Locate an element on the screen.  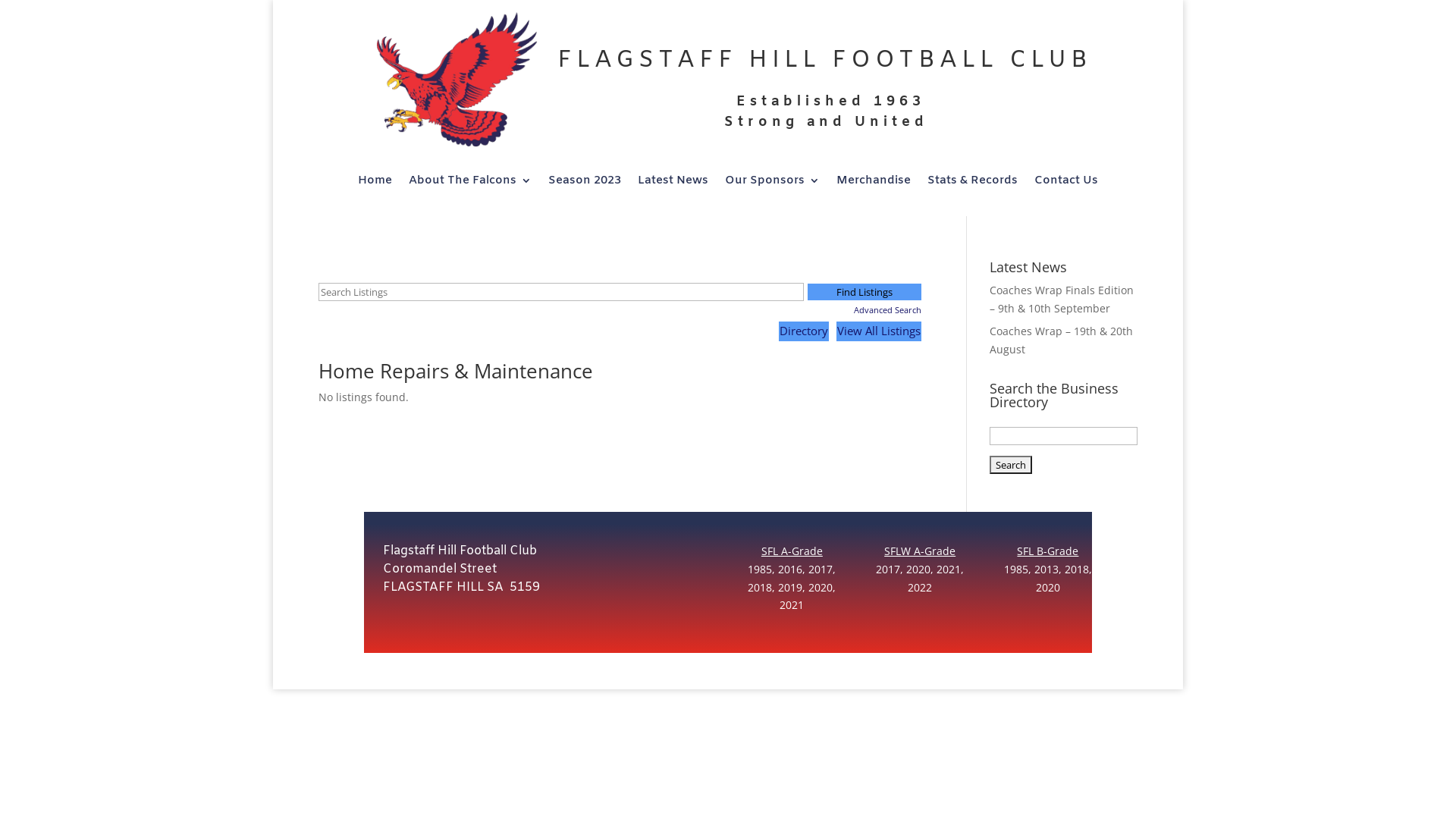
'Latest News' is located at coordinates (672, 183).